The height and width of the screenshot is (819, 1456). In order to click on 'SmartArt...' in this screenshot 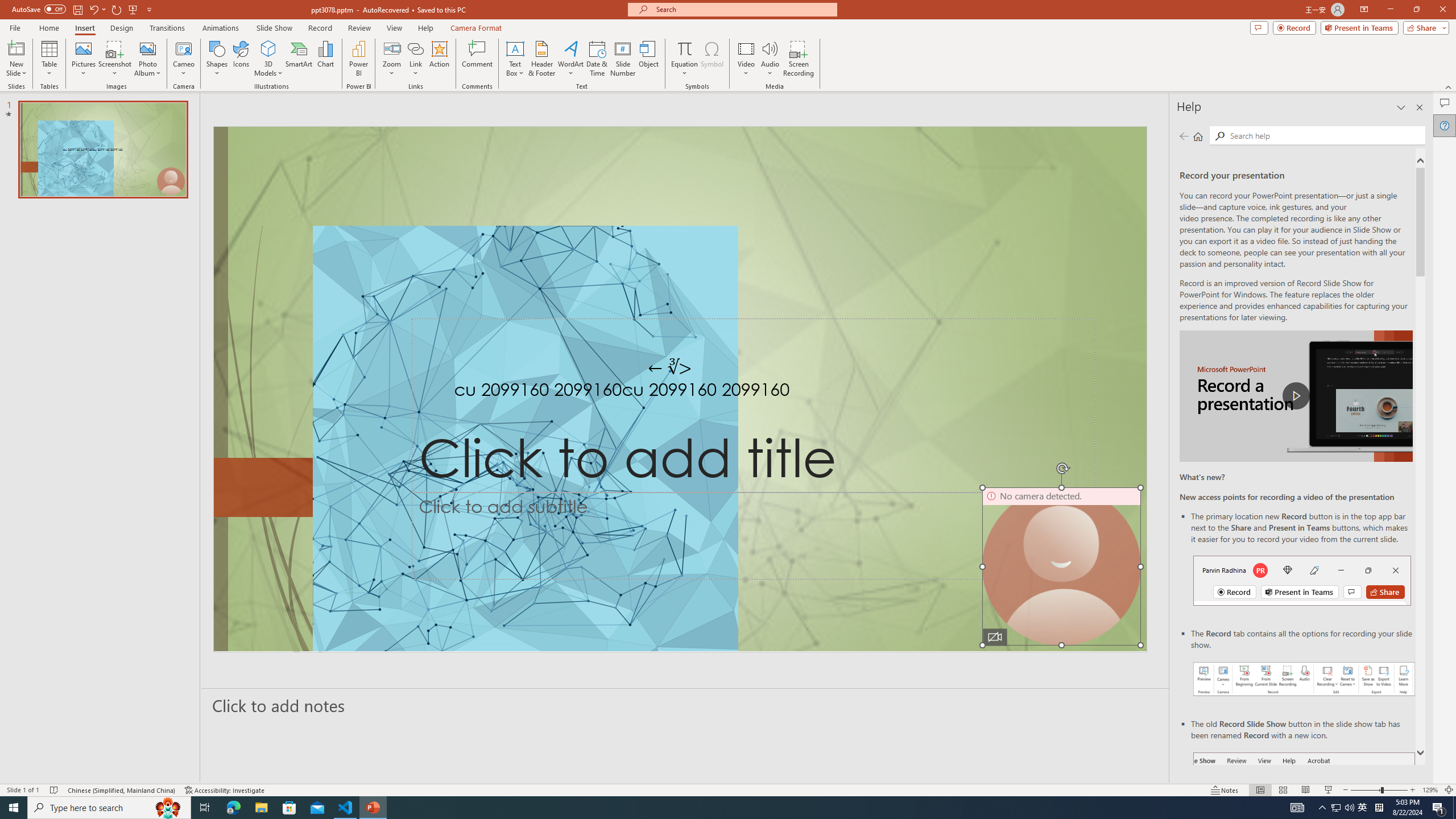, I will do `click(299, 59)`.